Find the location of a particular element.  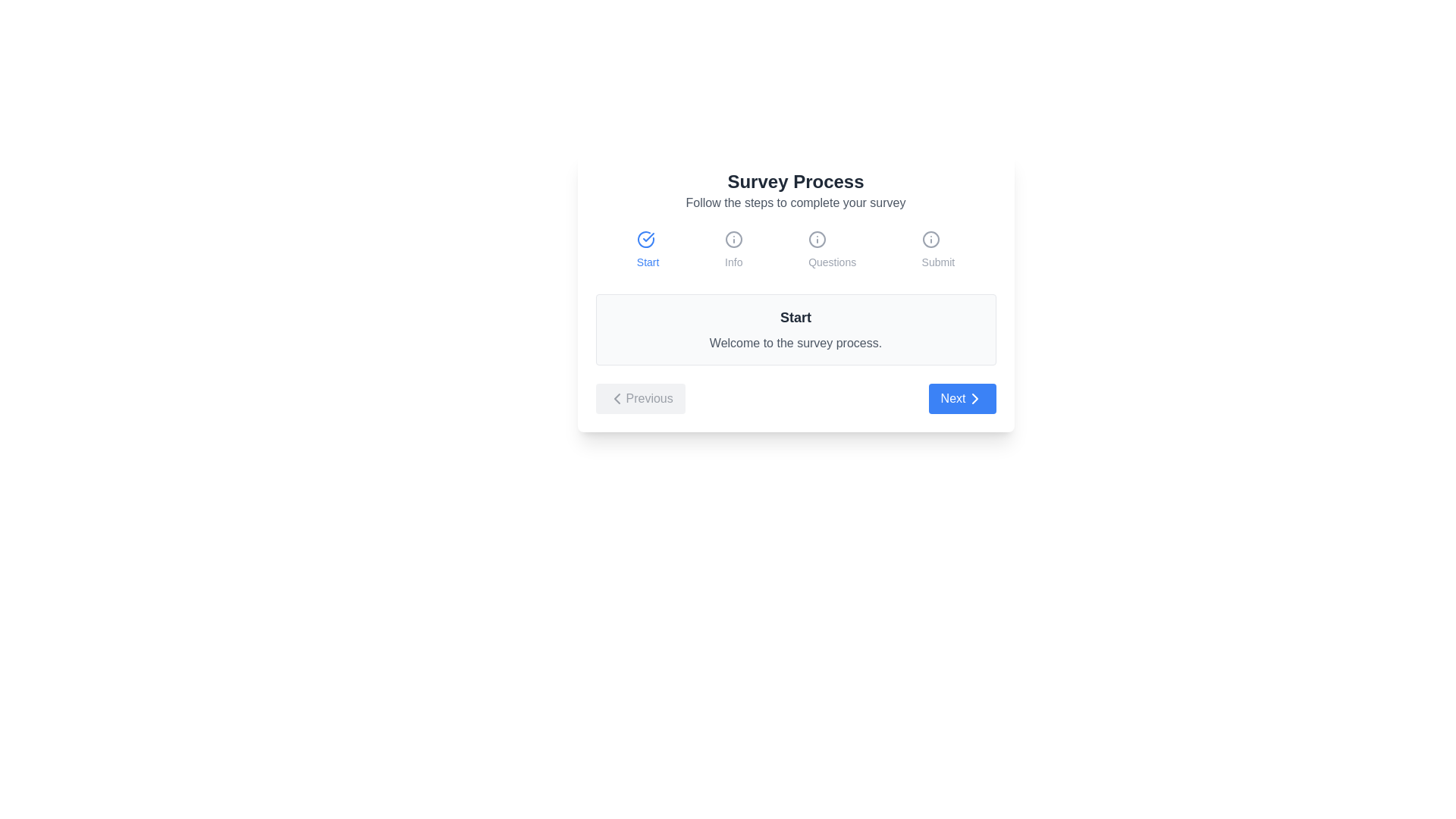

the leftward-pointing chevron icon within the 'Previous' button located in the bottom left corner of the central panel is located at coordinates (617, 397).